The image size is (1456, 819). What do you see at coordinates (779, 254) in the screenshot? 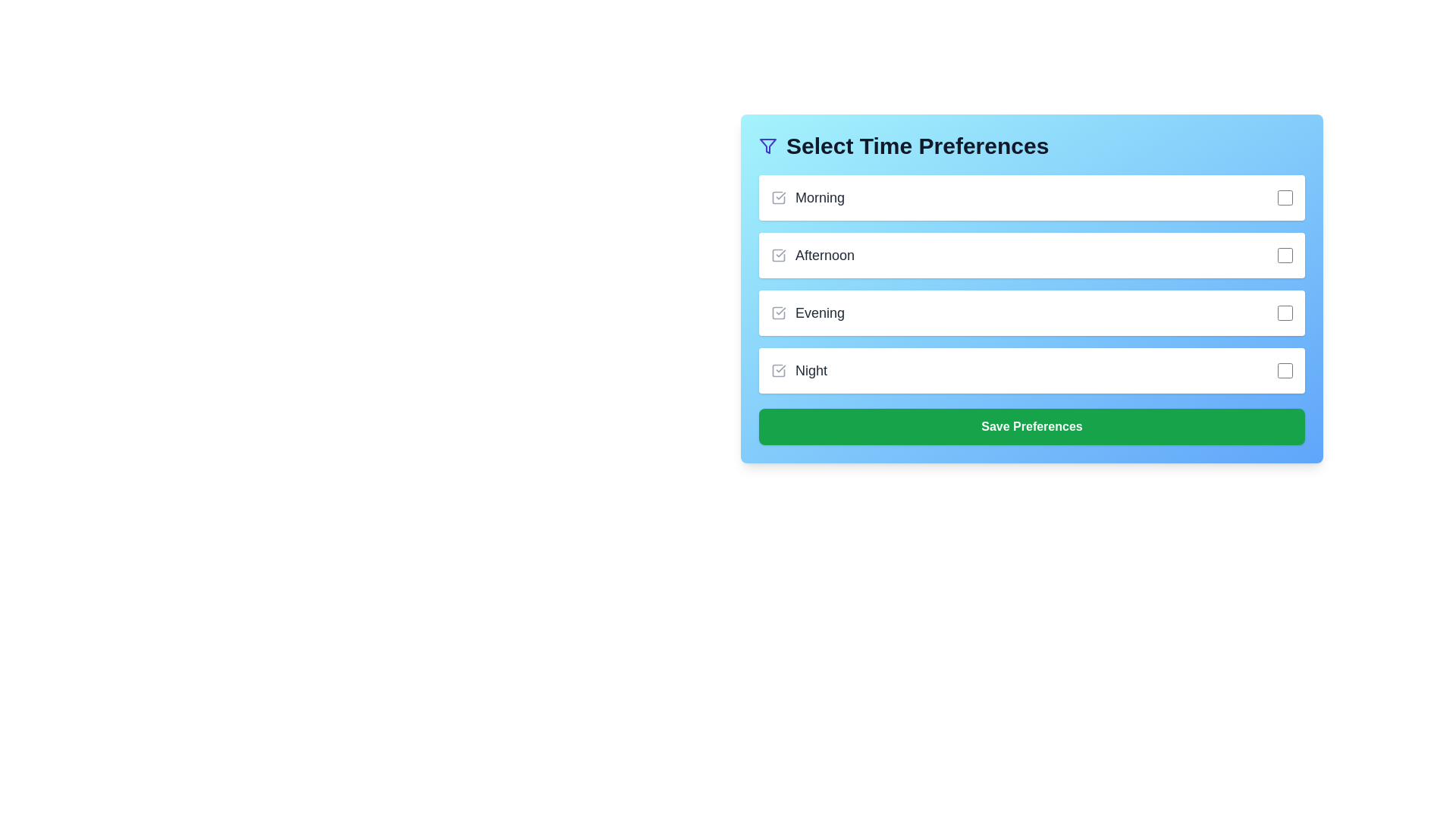
I see `the checkbox icon located to the immediate left of the 'Afternoon' text` at bounding box center [779, 254].